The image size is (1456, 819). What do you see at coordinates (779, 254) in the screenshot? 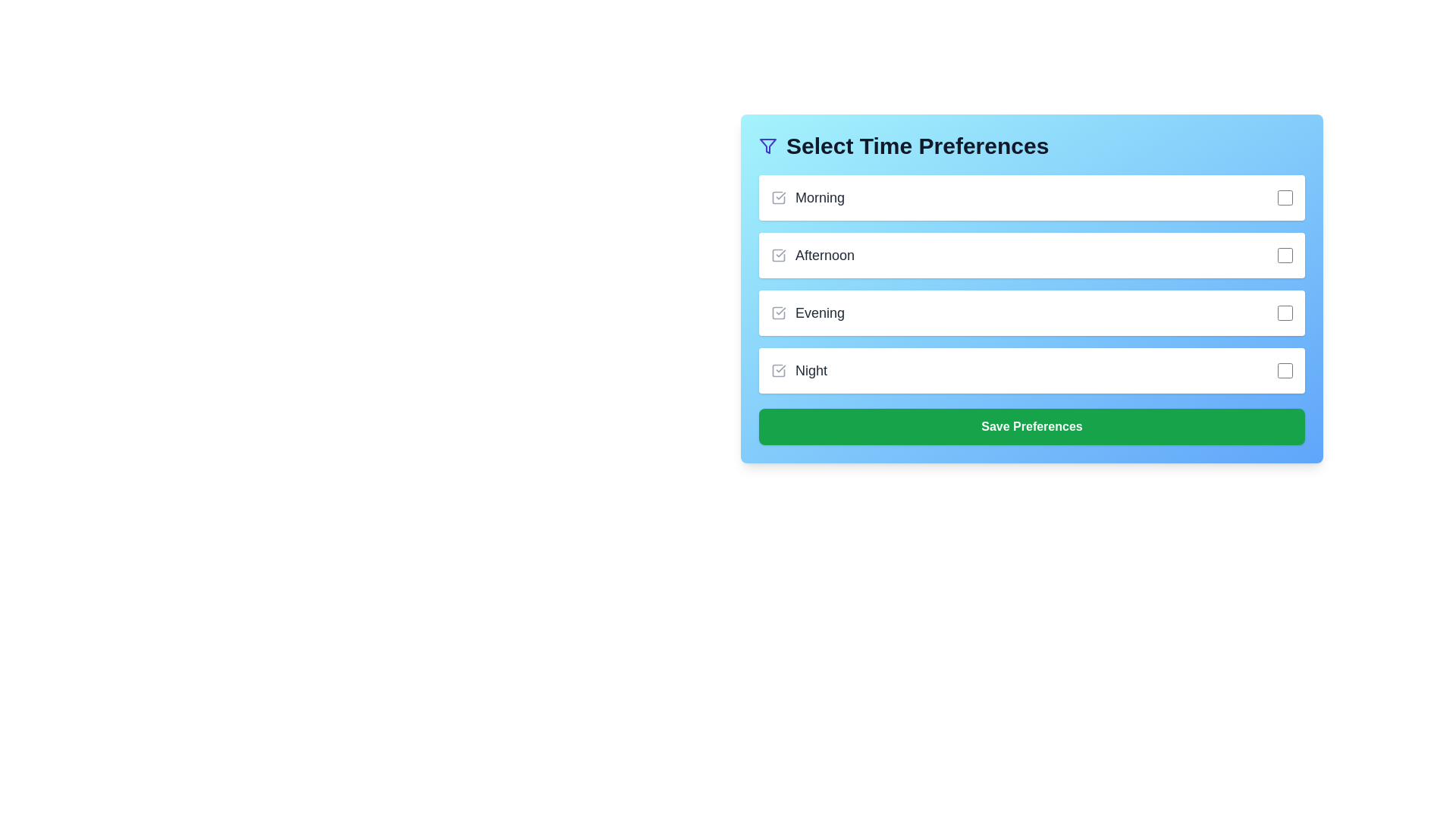
I see `the checkbox icon located to the immediate left of the 'Afternoon' text` at bounding box center [779, 254].